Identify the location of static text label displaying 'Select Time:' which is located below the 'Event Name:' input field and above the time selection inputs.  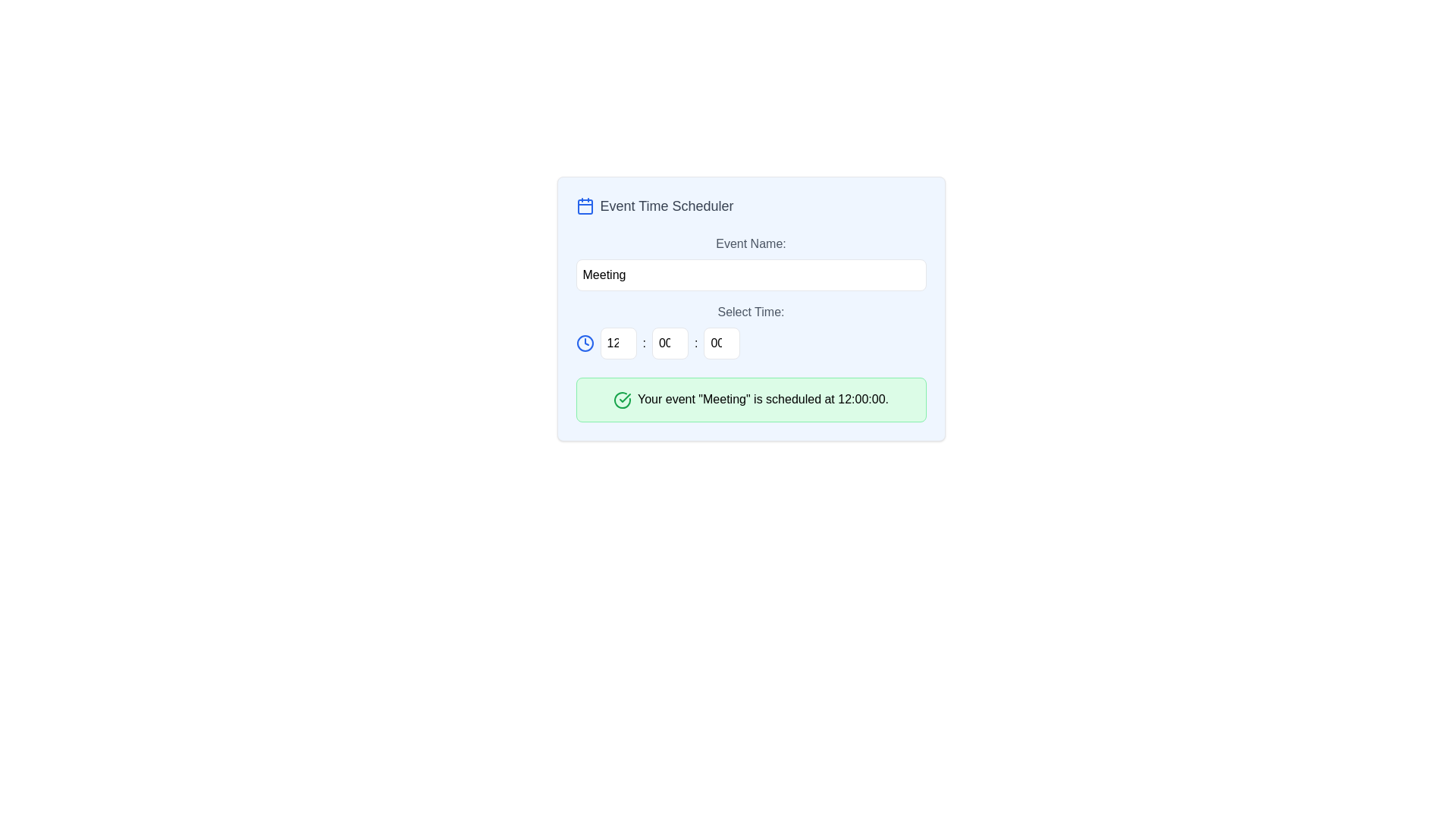
(751, 312).